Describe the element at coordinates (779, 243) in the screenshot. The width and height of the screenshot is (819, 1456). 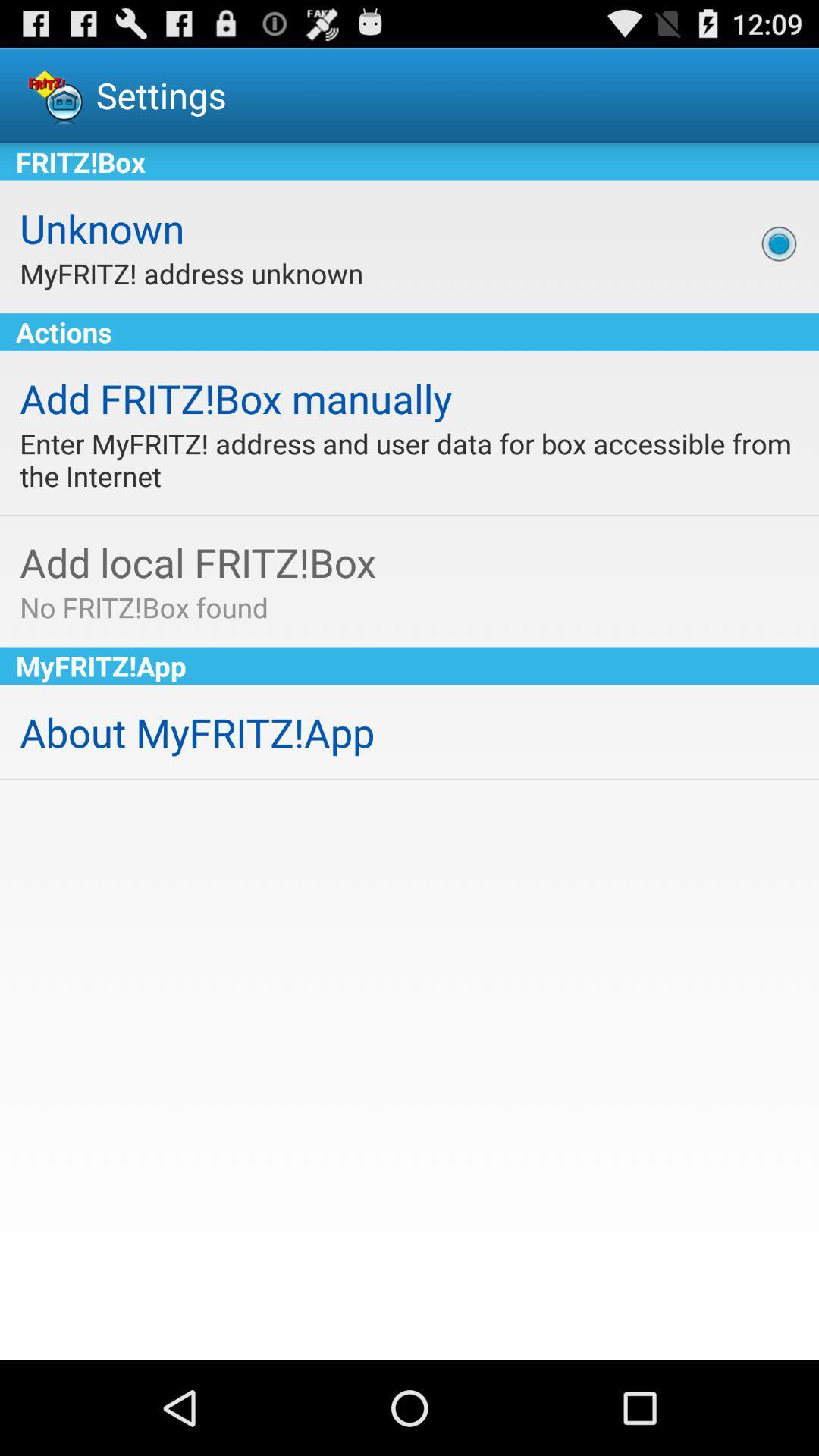
I see `icon next to the unknown` at that location.